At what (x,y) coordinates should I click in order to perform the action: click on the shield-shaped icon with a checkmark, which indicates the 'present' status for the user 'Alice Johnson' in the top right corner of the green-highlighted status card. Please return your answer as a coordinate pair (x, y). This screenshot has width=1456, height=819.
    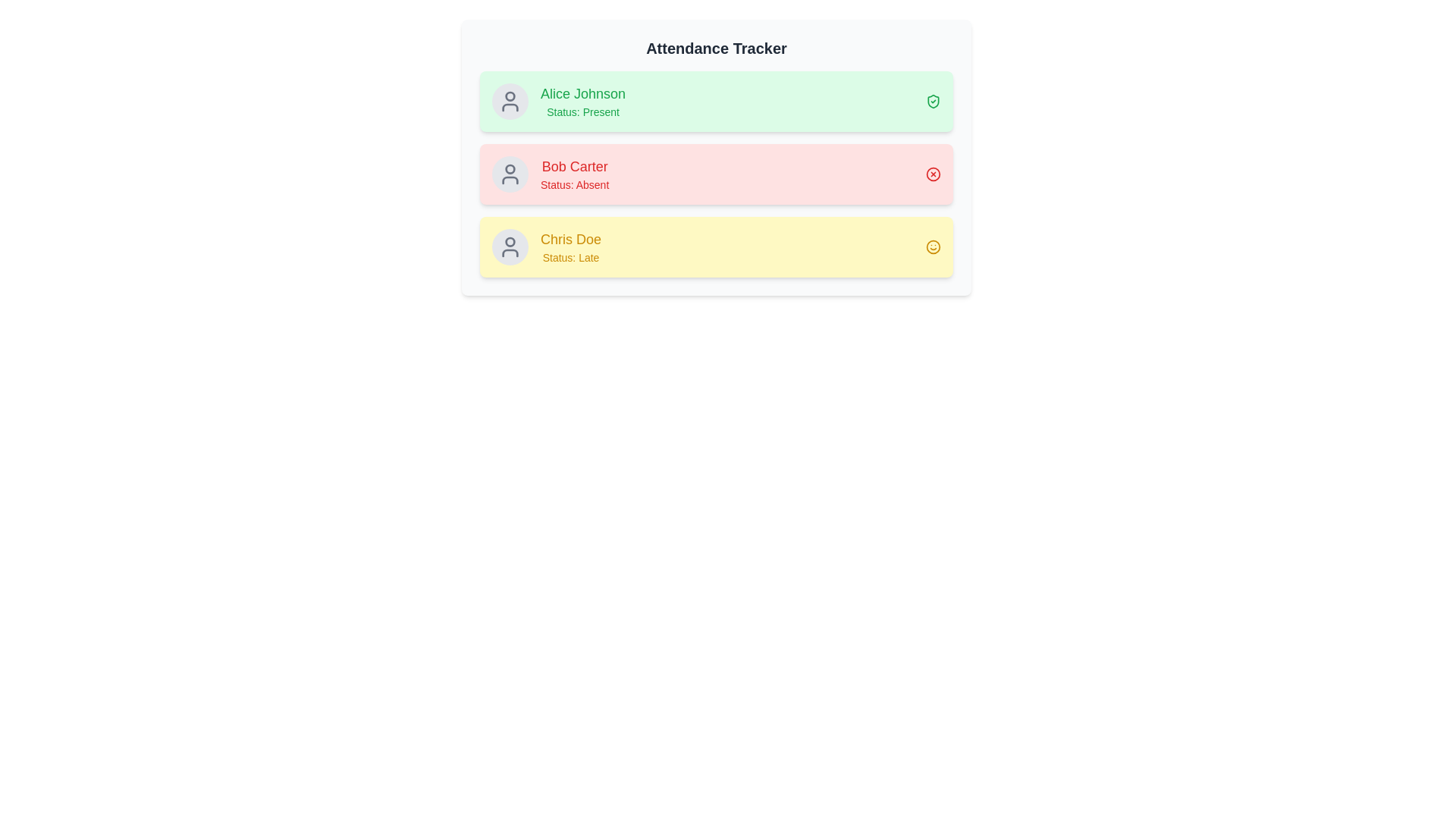
    Looking at the image, I should click on (932, 102).